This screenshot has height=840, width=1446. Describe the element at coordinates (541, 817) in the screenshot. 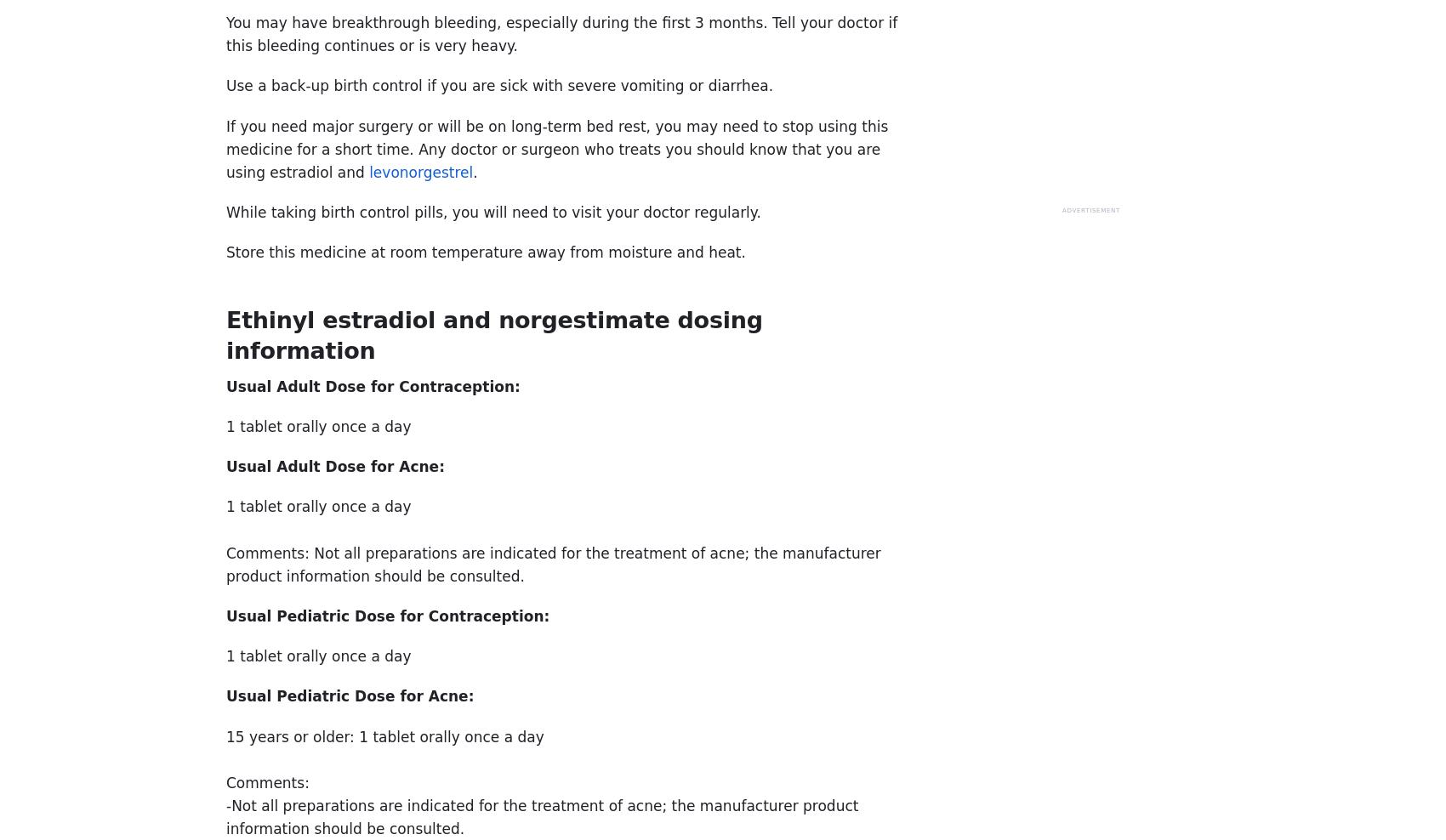

I see `'-Not all preparations are indicated for the treatment of acne; the manufacturer product information should be consulted.'` at that location.